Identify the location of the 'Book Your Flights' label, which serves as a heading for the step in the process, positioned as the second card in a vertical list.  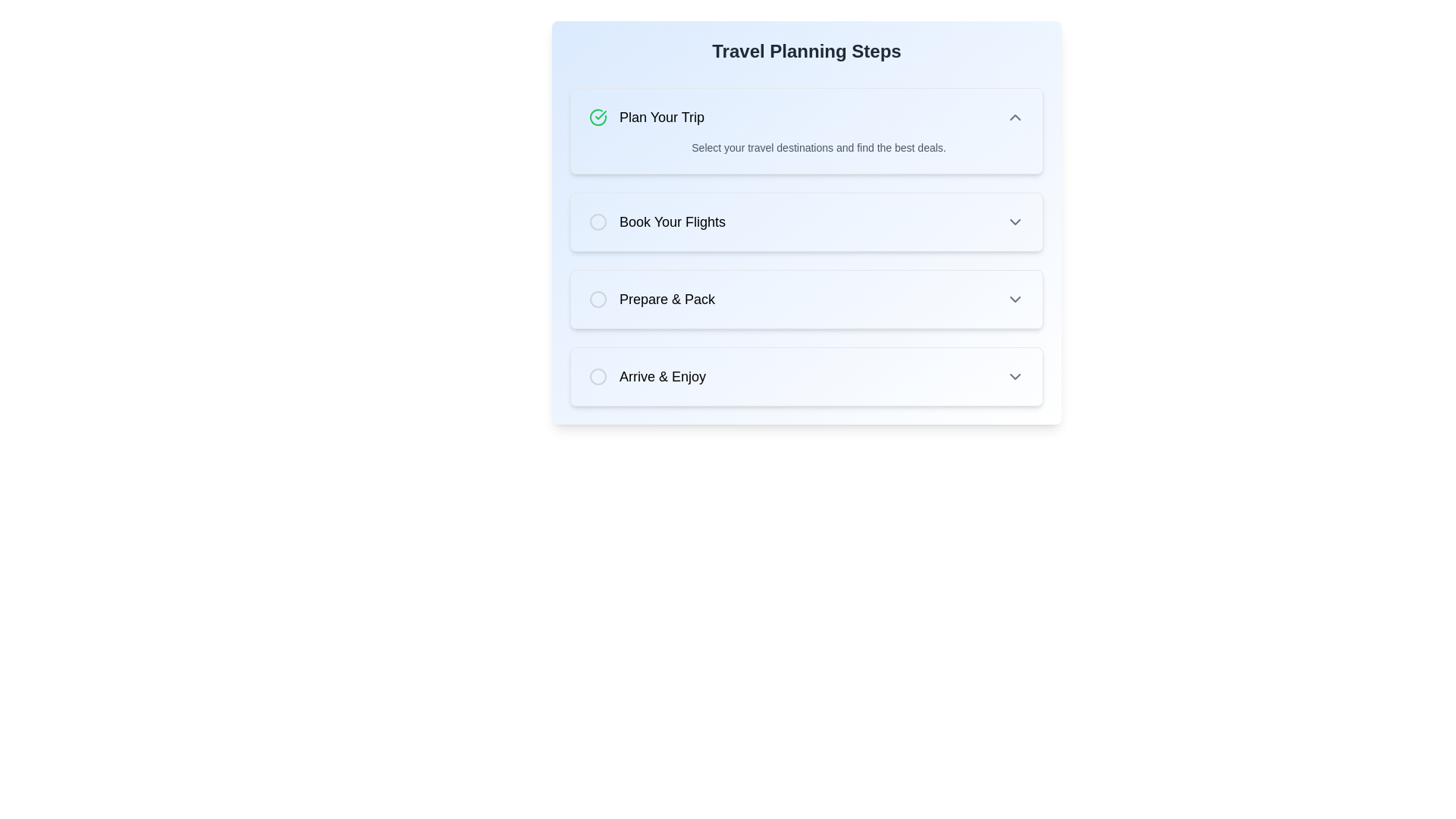
(657, 222).